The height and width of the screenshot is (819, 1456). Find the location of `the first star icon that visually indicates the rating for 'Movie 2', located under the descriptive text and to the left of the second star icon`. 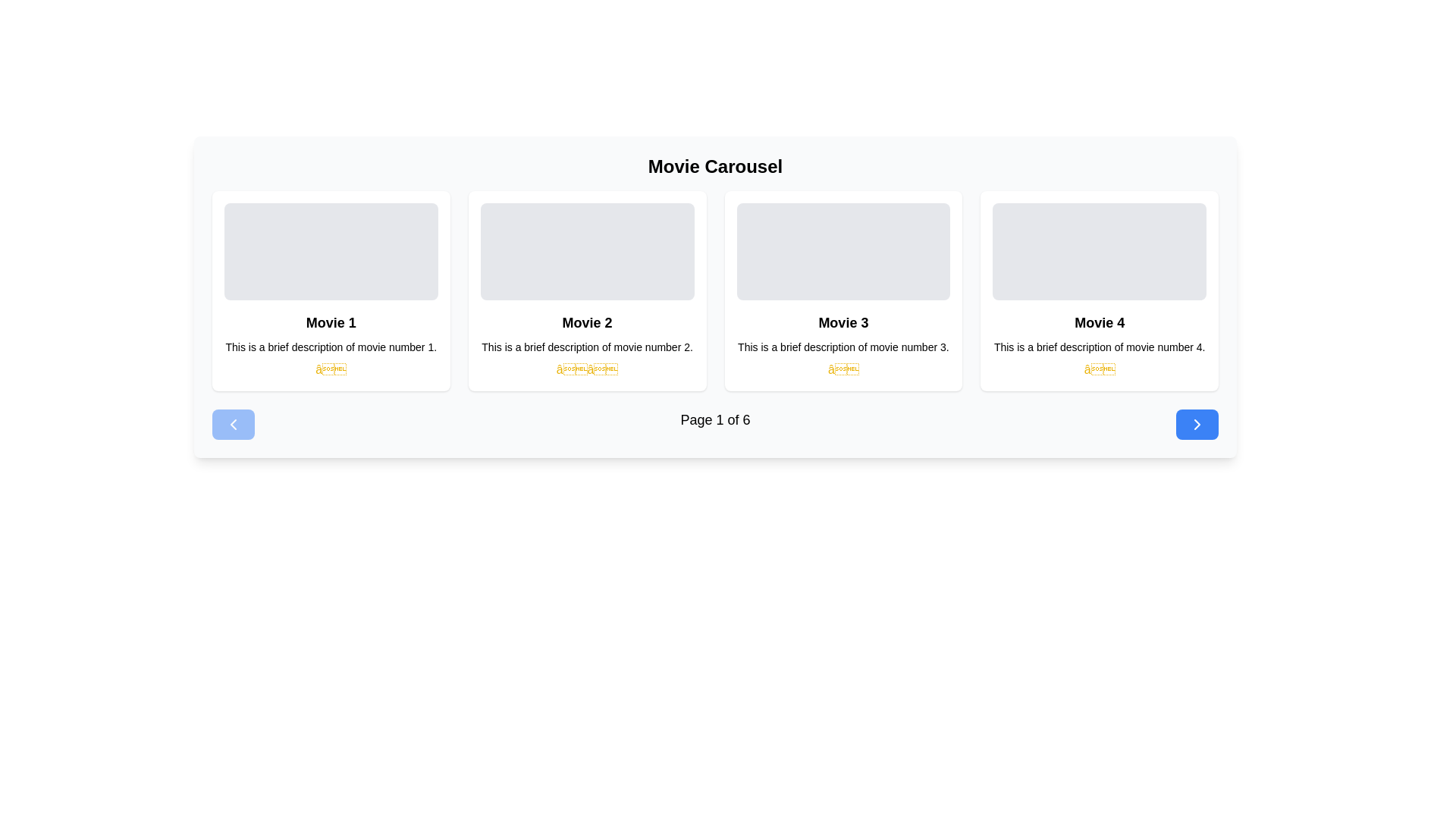

the first star icon that visually indicates the rating for 'Movie 2', located under the descriptive text and to the left of the second star icon is located at coordinates (571, 369).